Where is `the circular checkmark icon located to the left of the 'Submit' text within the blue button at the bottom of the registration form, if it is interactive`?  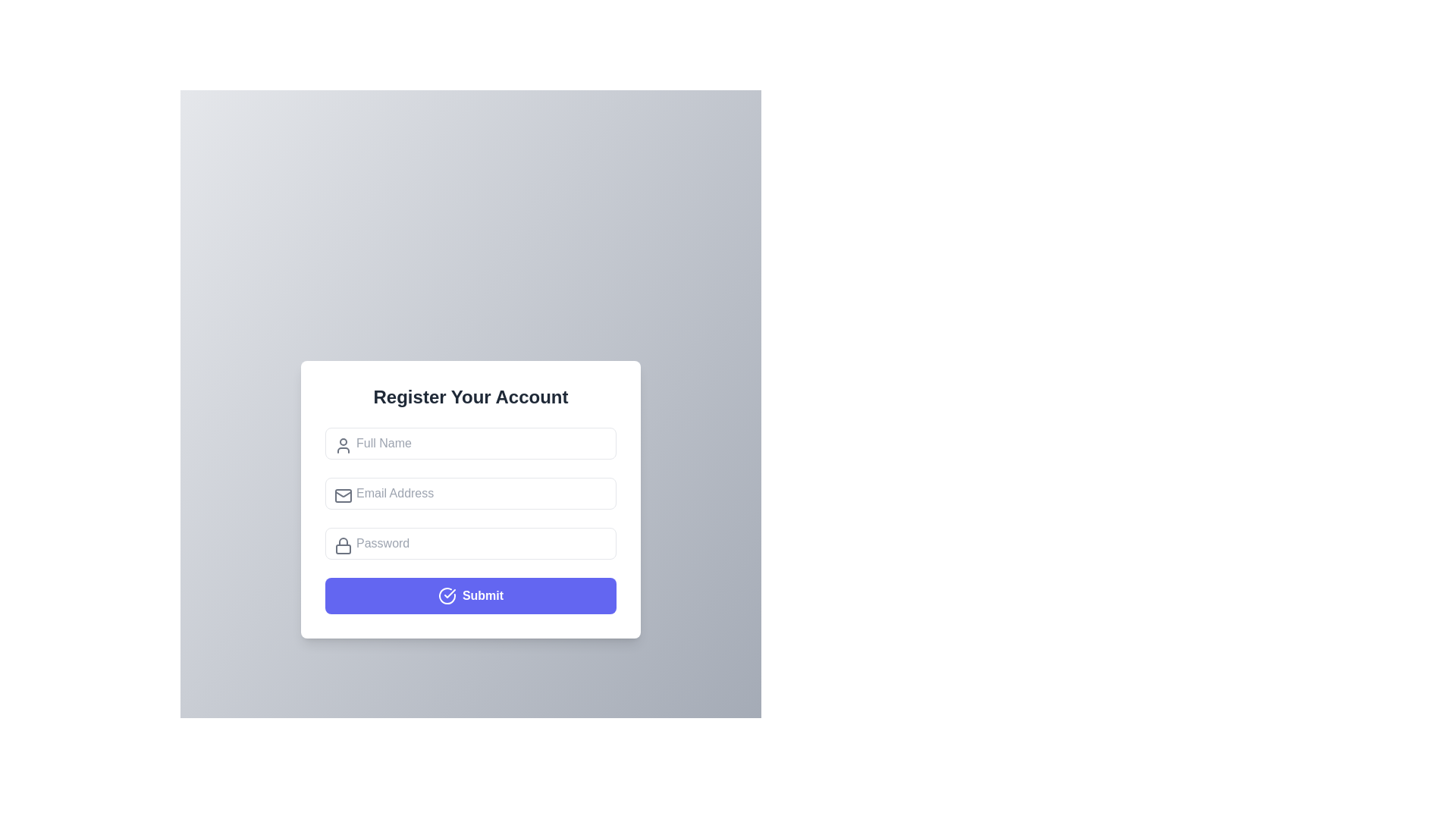
the circular checkmark icon located to the left of the 'Submit' text within the blue button at the bottom of the registration form, if it is interactive is located at coordinates (446, 595).